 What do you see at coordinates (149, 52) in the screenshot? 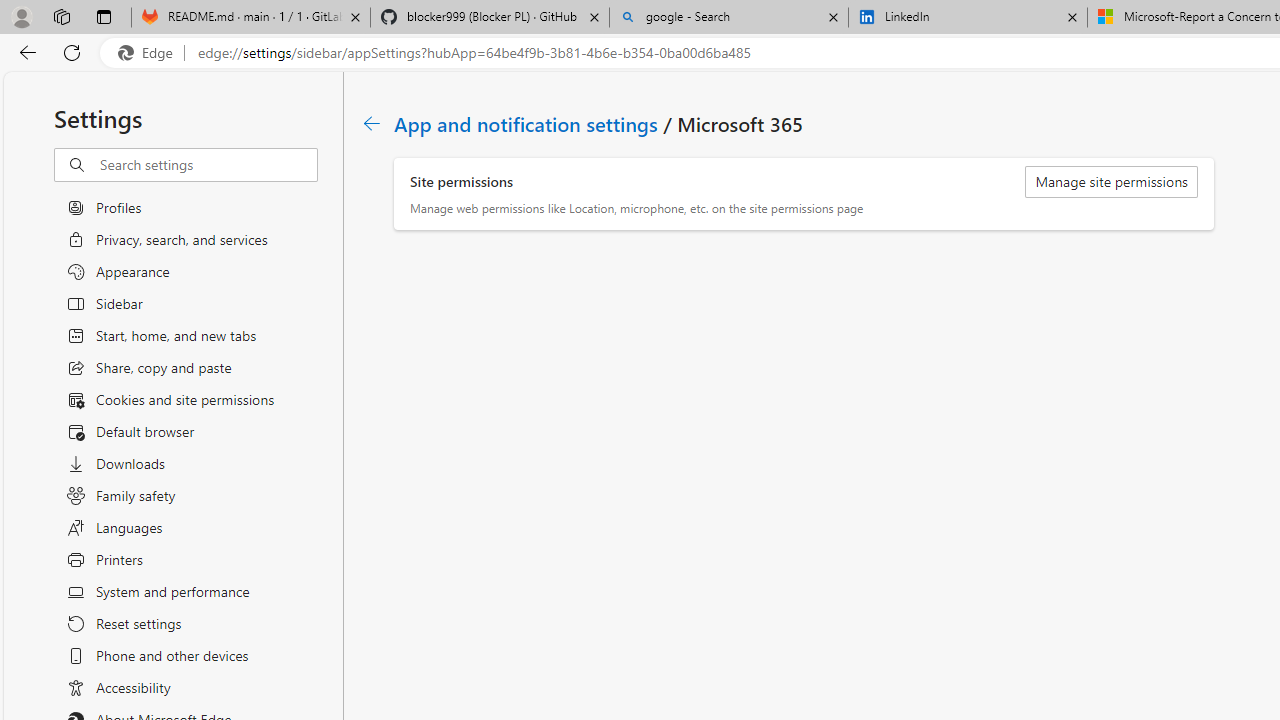
I see `'Edge'` at bounding box center [149, 52].